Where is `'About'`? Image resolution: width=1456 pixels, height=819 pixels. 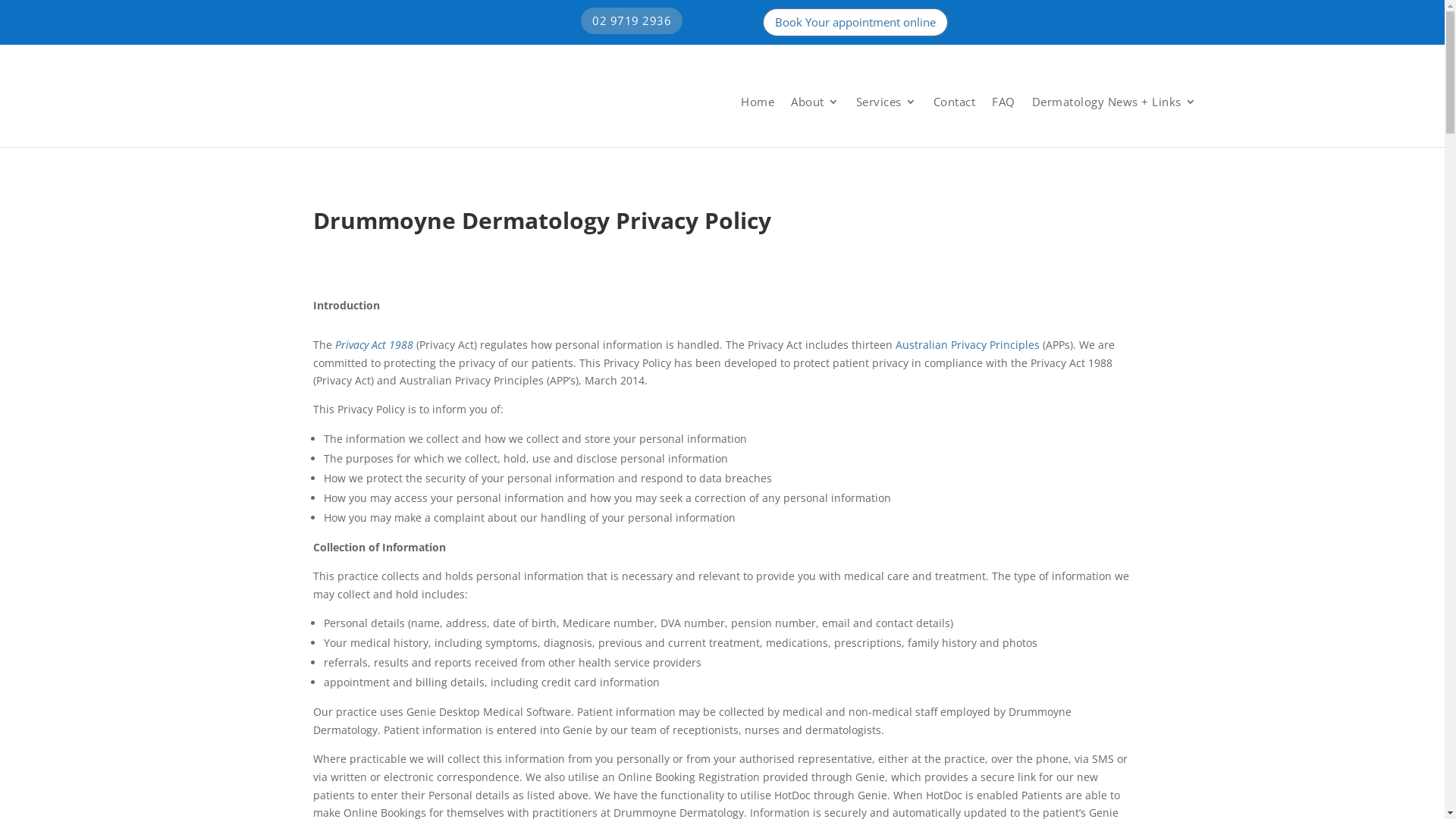
'About' is located at coordinates (814, 102).